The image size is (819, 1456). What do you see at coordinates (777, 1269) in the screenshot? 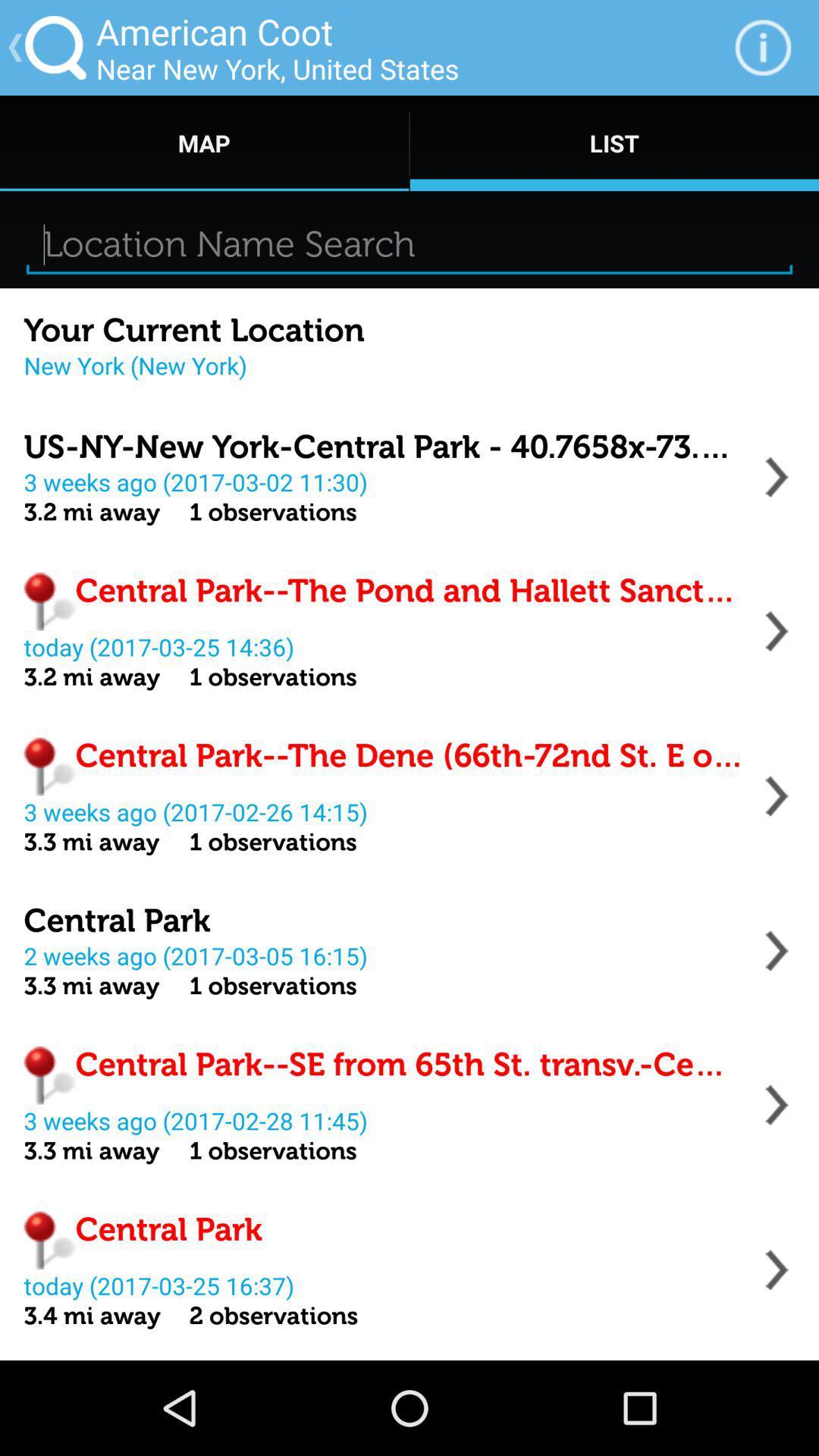
I see `options from menu` at bounding box center [777, 1269].